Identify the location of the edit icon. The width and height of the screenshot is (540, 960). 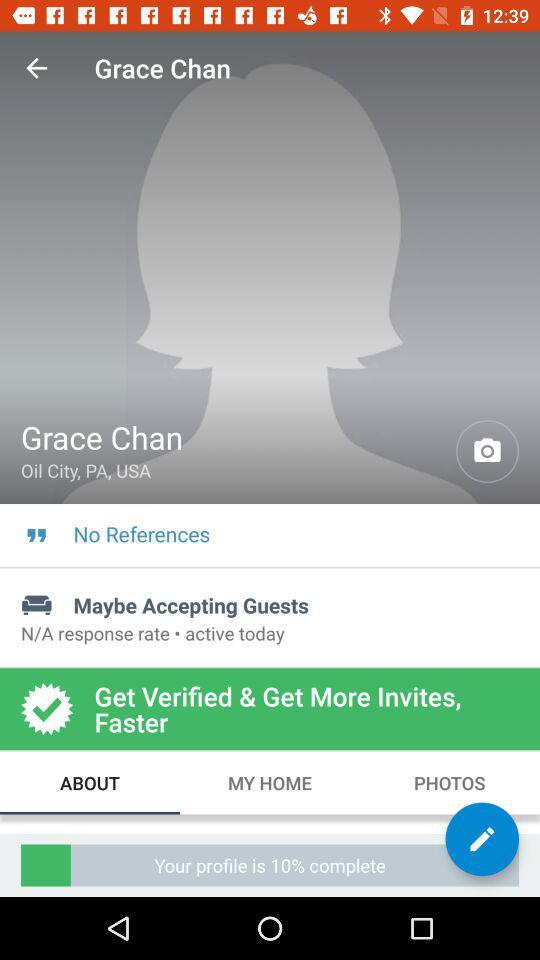
(481, 839).